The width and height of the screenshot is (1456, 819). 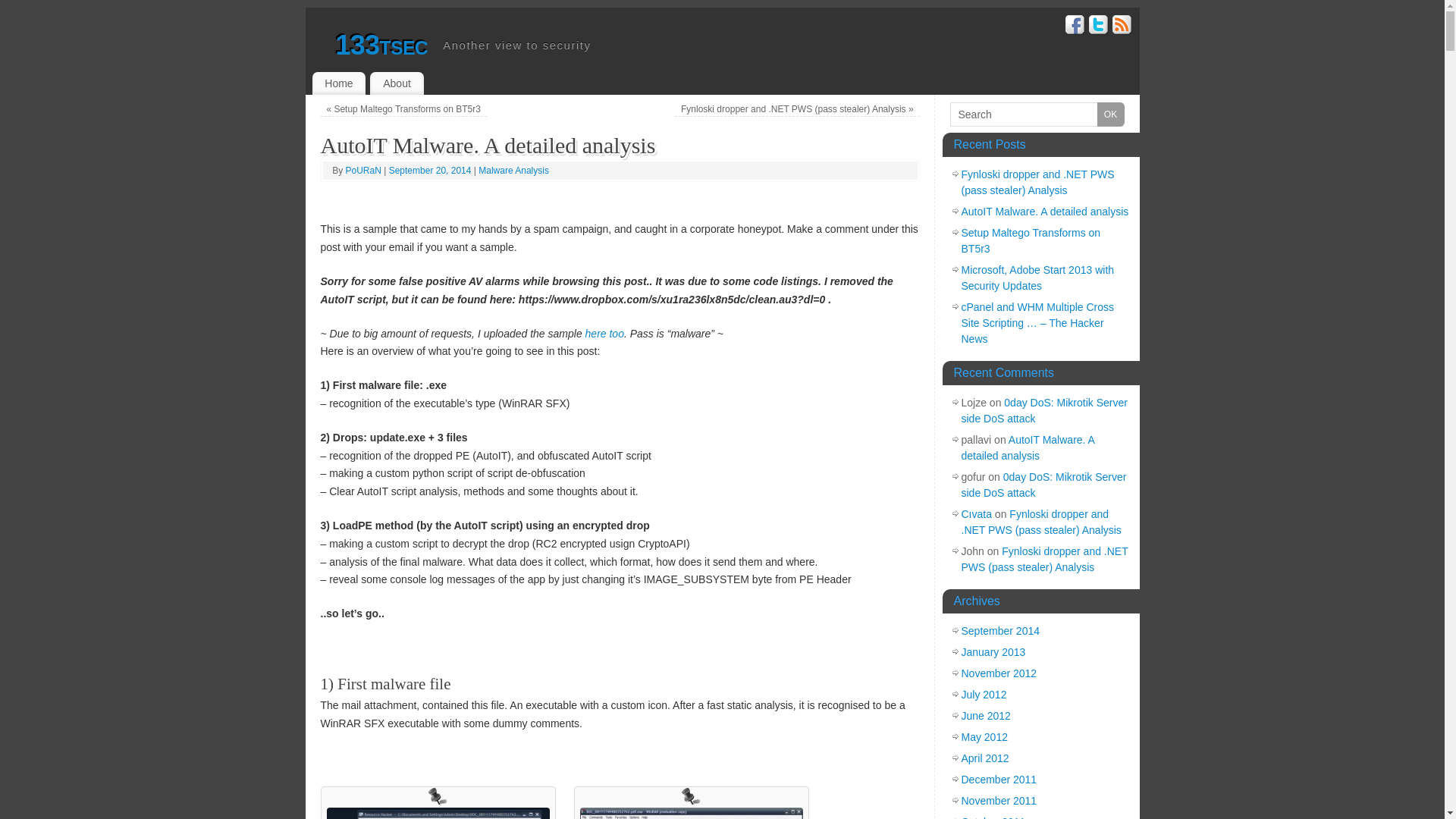 I want to click on 'June 2012', so click(x=986, y=716).